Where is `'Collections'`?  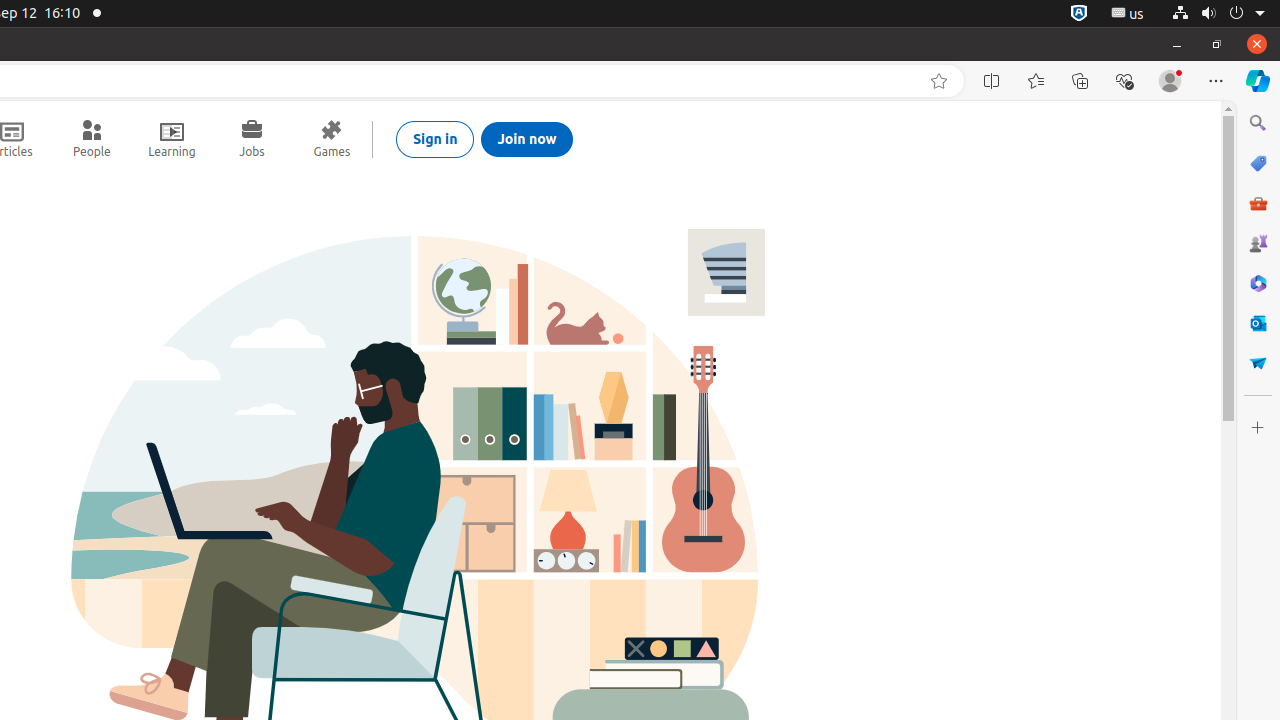
'Collections' is located at coordinates (1079, 80).